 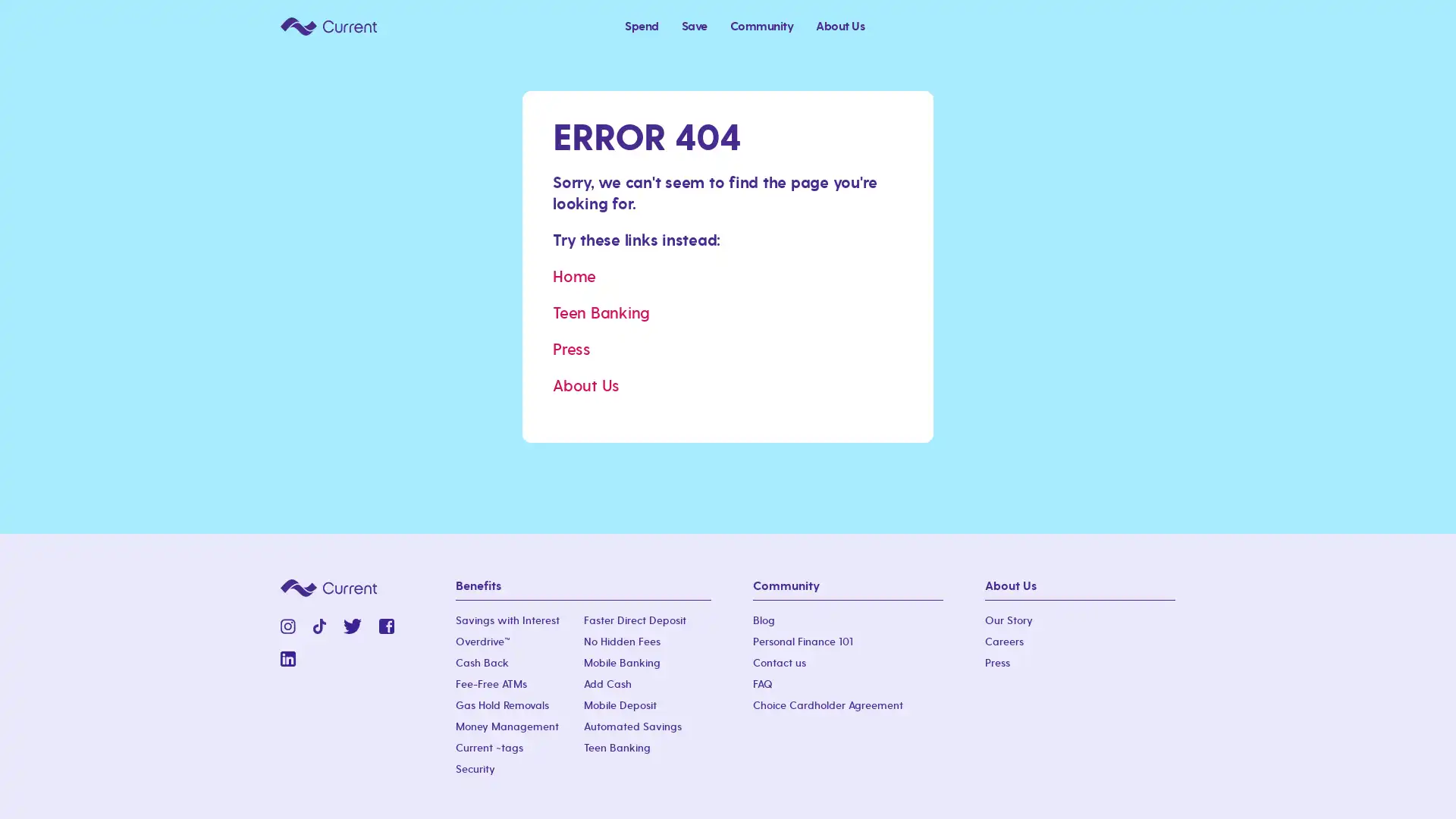 What do you see at coordinates (607, 684) in the screenshot?
I see `Add Cash` at bounding box center [607, 684].